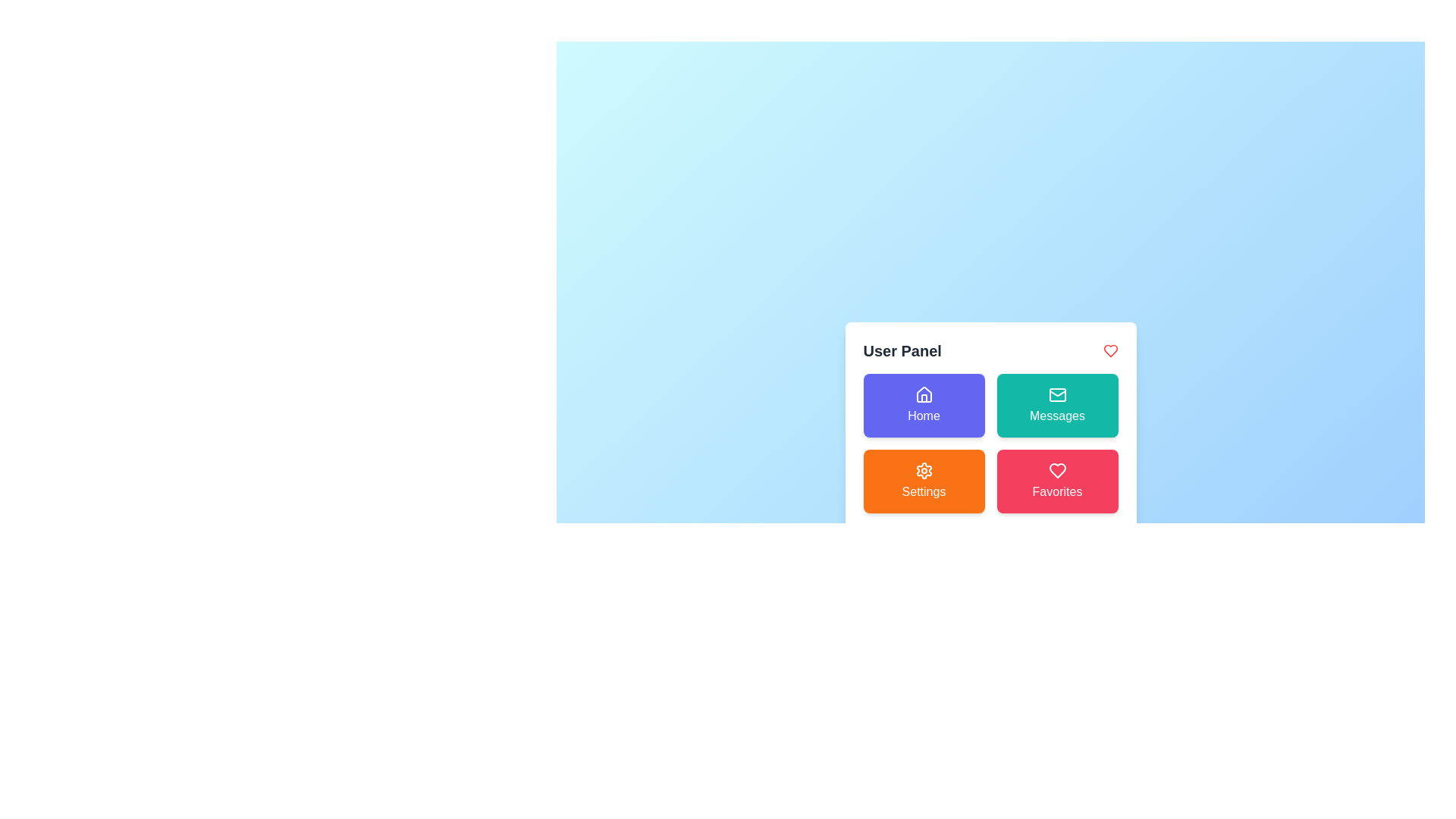 The height and width of the screenshot is (819, 1456). Describe the element at coordinates (923, 470) in the screenshot. I see `the gear-shaped icon with a white outline and transparent interior, located within the orange 'Settings' button in the bottom-left corner of a grid of four buttons` at that location.